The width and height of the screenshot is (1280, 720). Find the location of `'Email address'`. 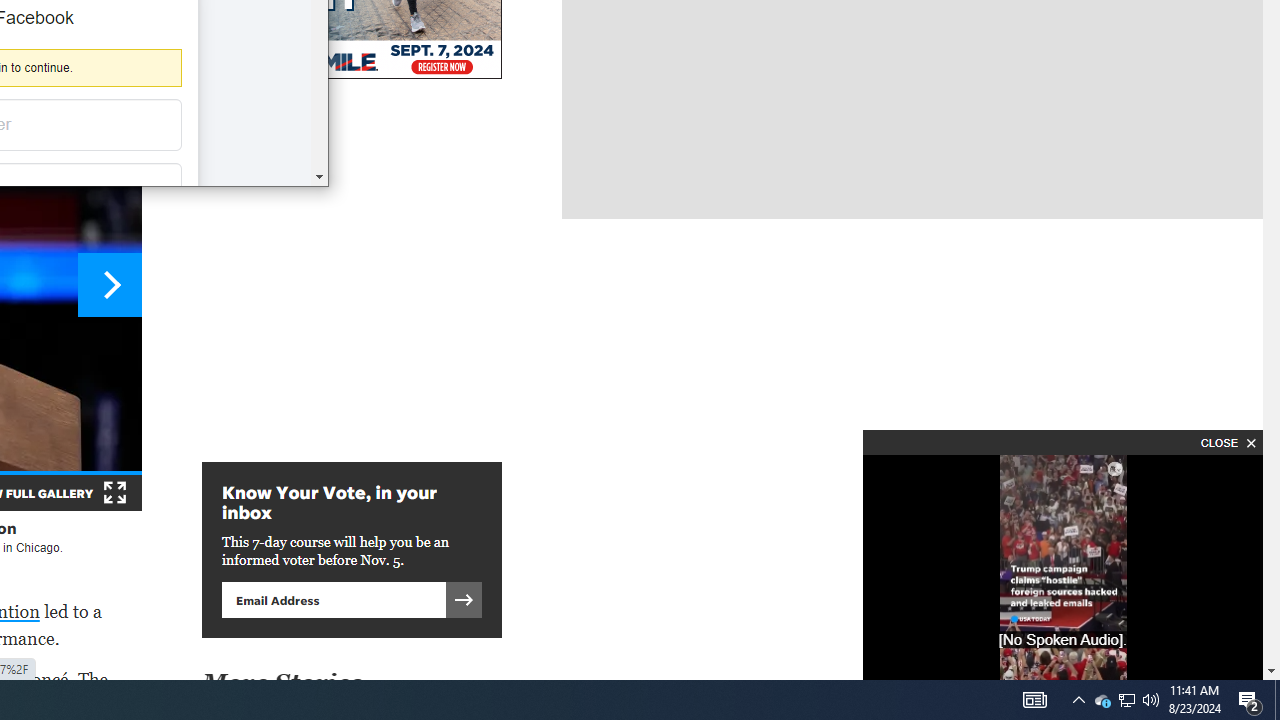

'Email address' is located at coordinates (333, 598).